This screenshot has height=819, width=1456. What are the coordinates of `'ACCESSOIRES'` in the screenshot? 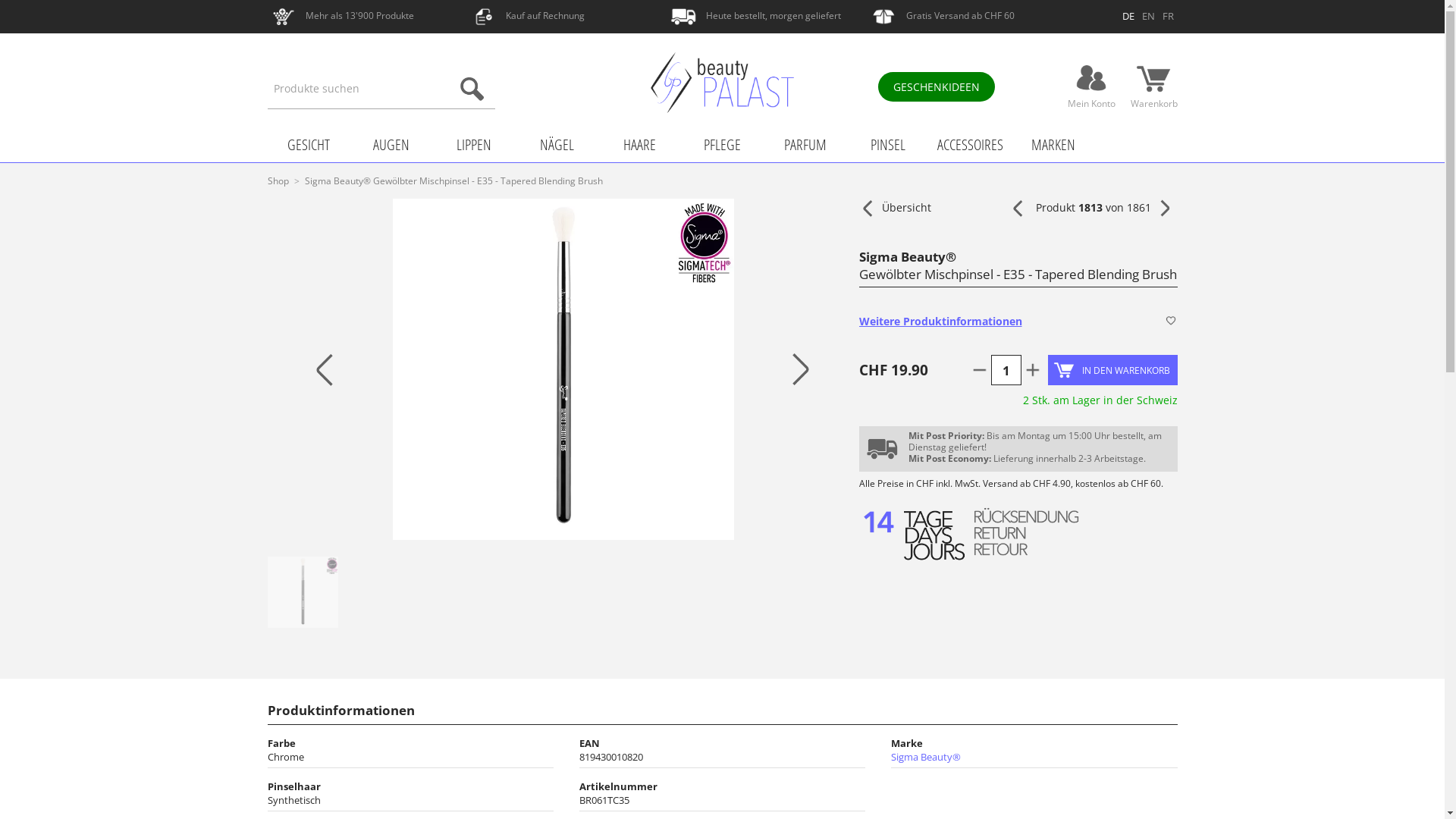 It's located at (969, 146).